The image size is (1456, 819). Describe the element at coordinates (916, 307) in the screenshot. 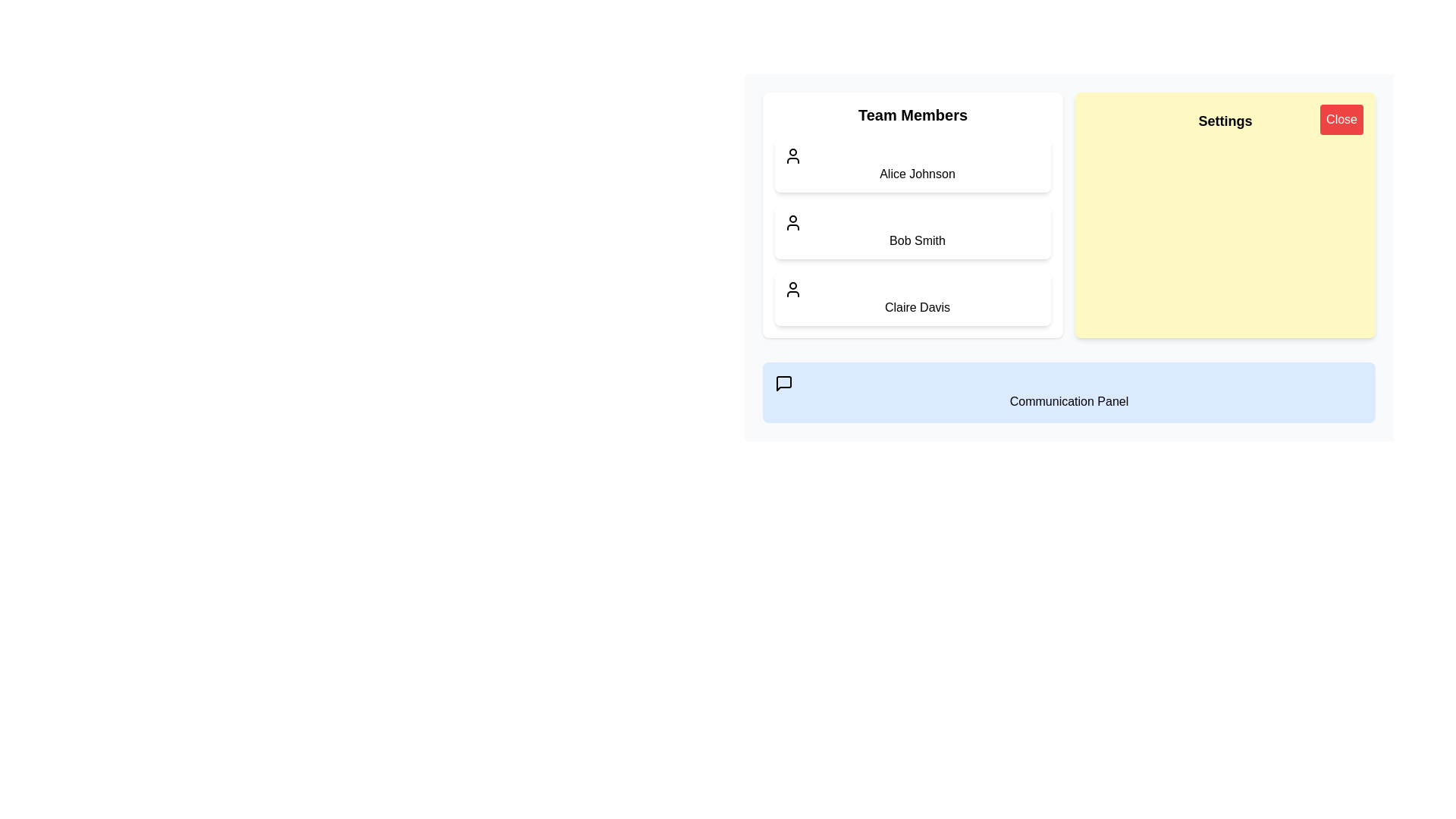

I see `the static text label that identifies the team member 'Claire Davis', which is located within the third rectangular panel of the team member list` at that location.